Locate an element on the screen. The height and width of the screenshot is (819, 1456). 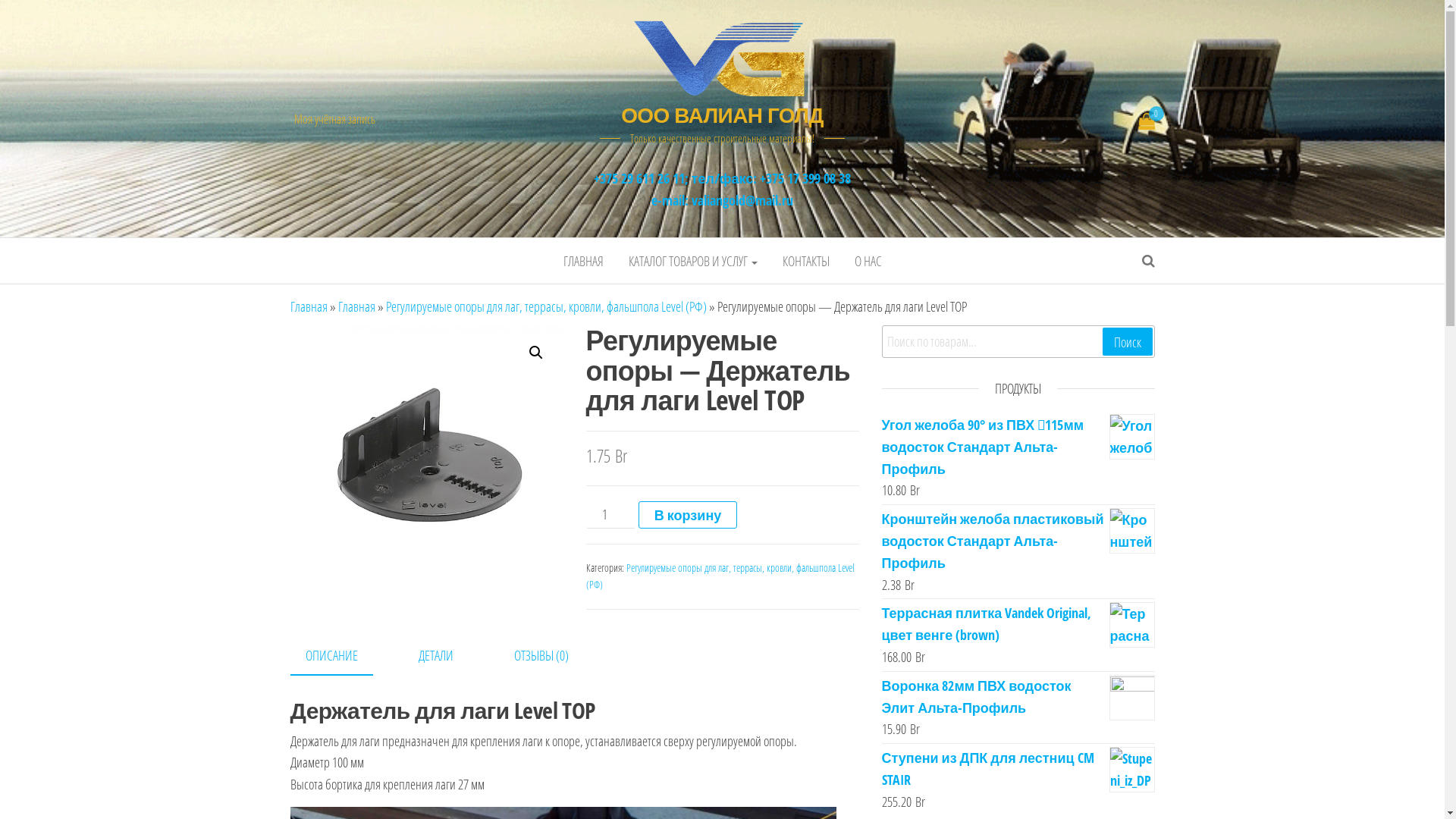
'0' is located at coordinates (1147, 121).